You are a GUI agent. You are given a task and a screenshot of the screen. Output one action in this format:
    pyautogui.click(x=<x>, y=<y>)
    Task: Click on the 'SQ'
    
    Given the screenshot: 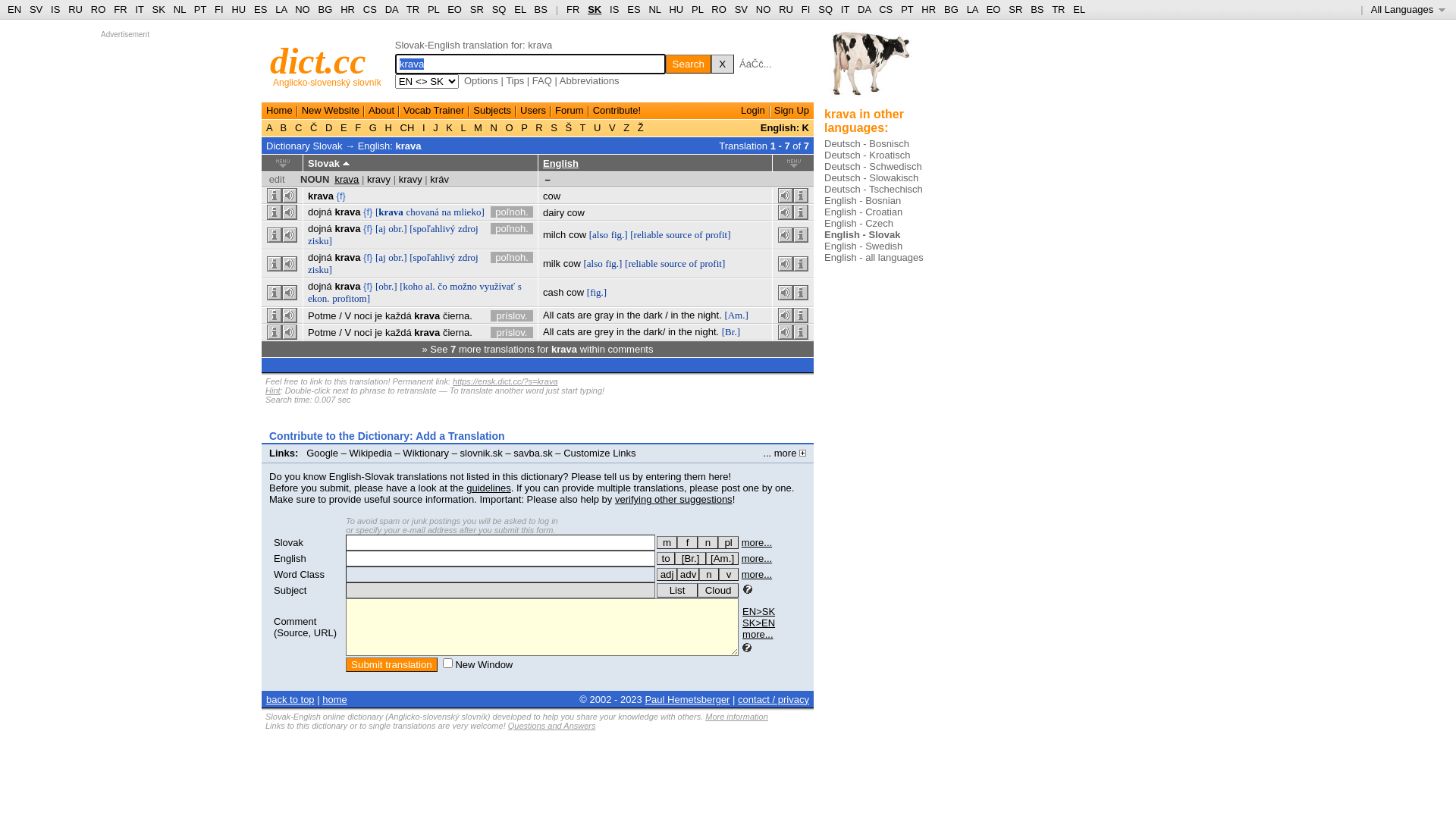 What is the action you would take?
    pyautogui.click(x=824, y=9)
    